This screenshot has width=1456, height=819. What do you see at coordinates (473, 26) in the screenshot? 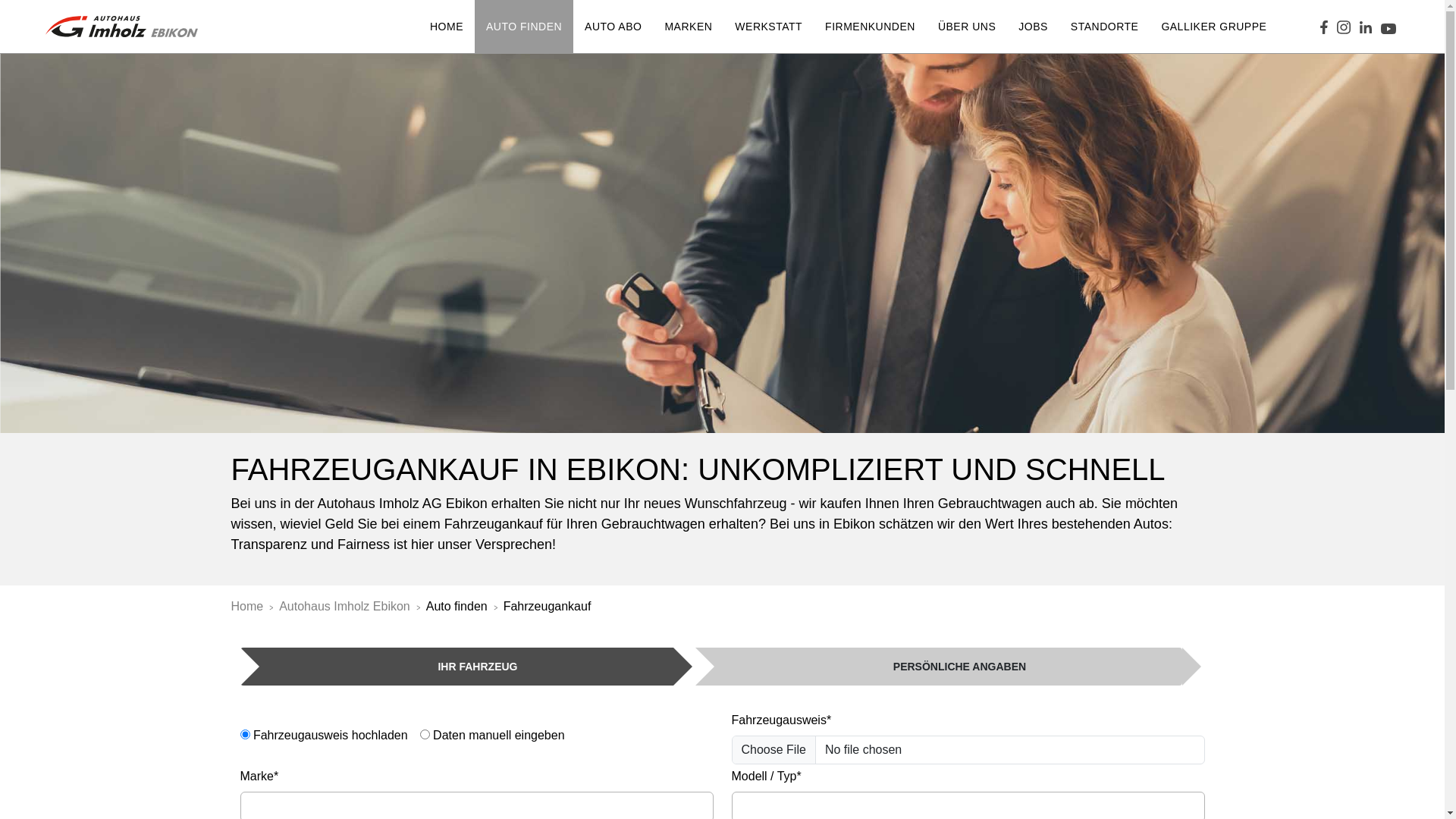
I see `'AUTO FINDEN'` at bounding box center [473, 26].